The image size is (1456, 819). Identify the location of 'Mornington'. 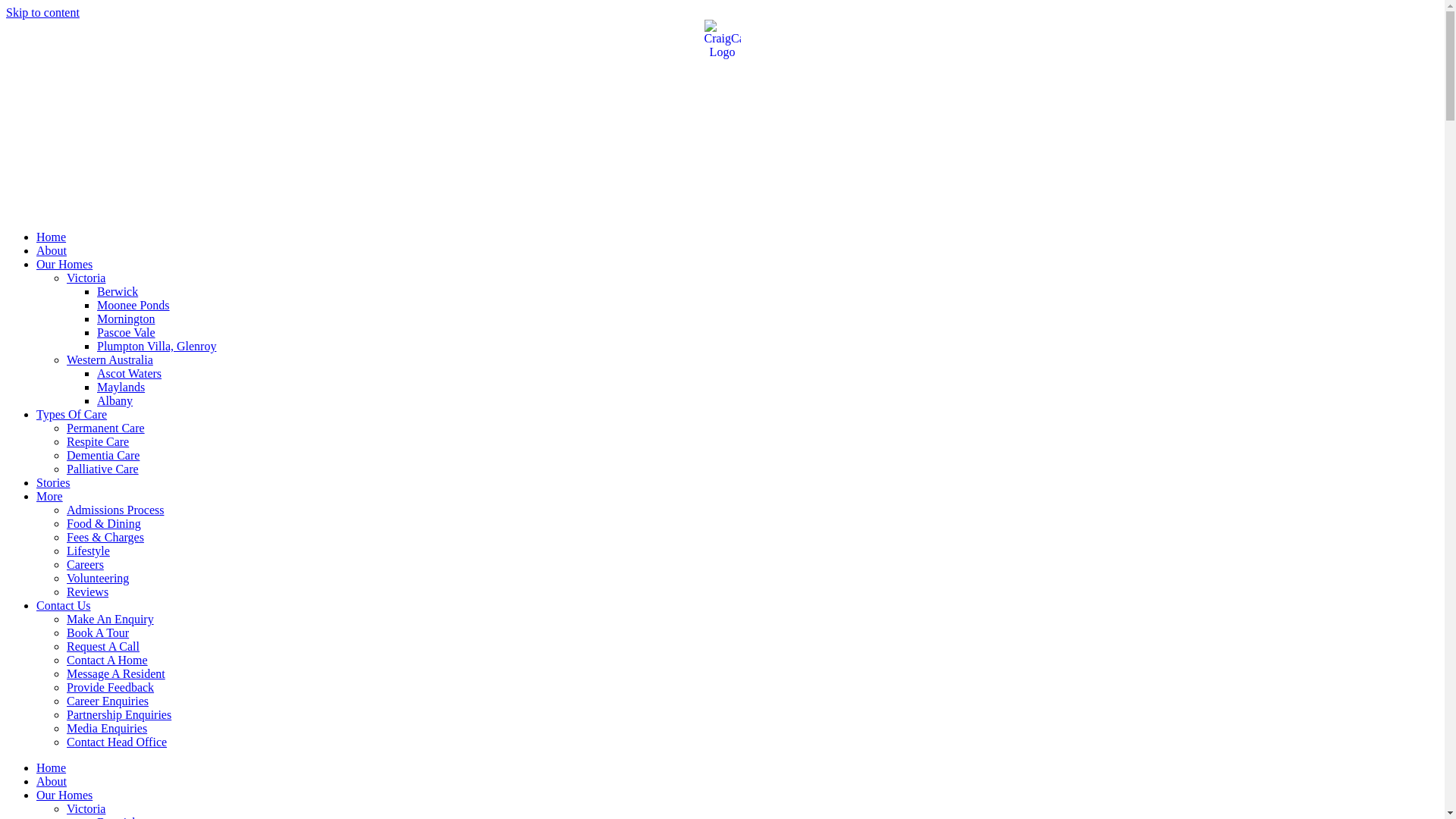
(126, 318).